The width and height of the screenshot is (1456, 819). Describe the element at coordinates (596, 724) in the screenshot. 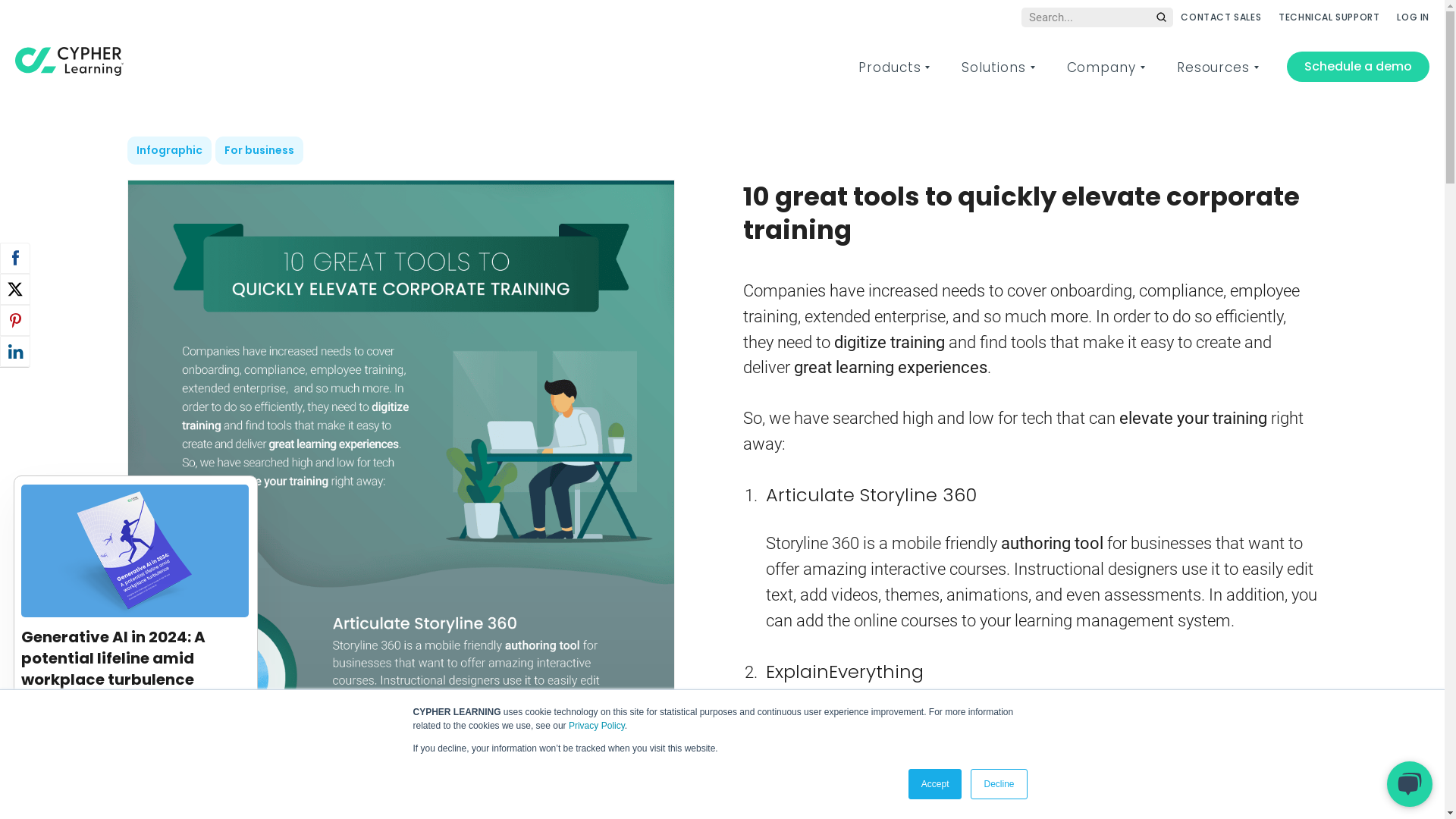

I see `'Privacy Policy'` at that location.